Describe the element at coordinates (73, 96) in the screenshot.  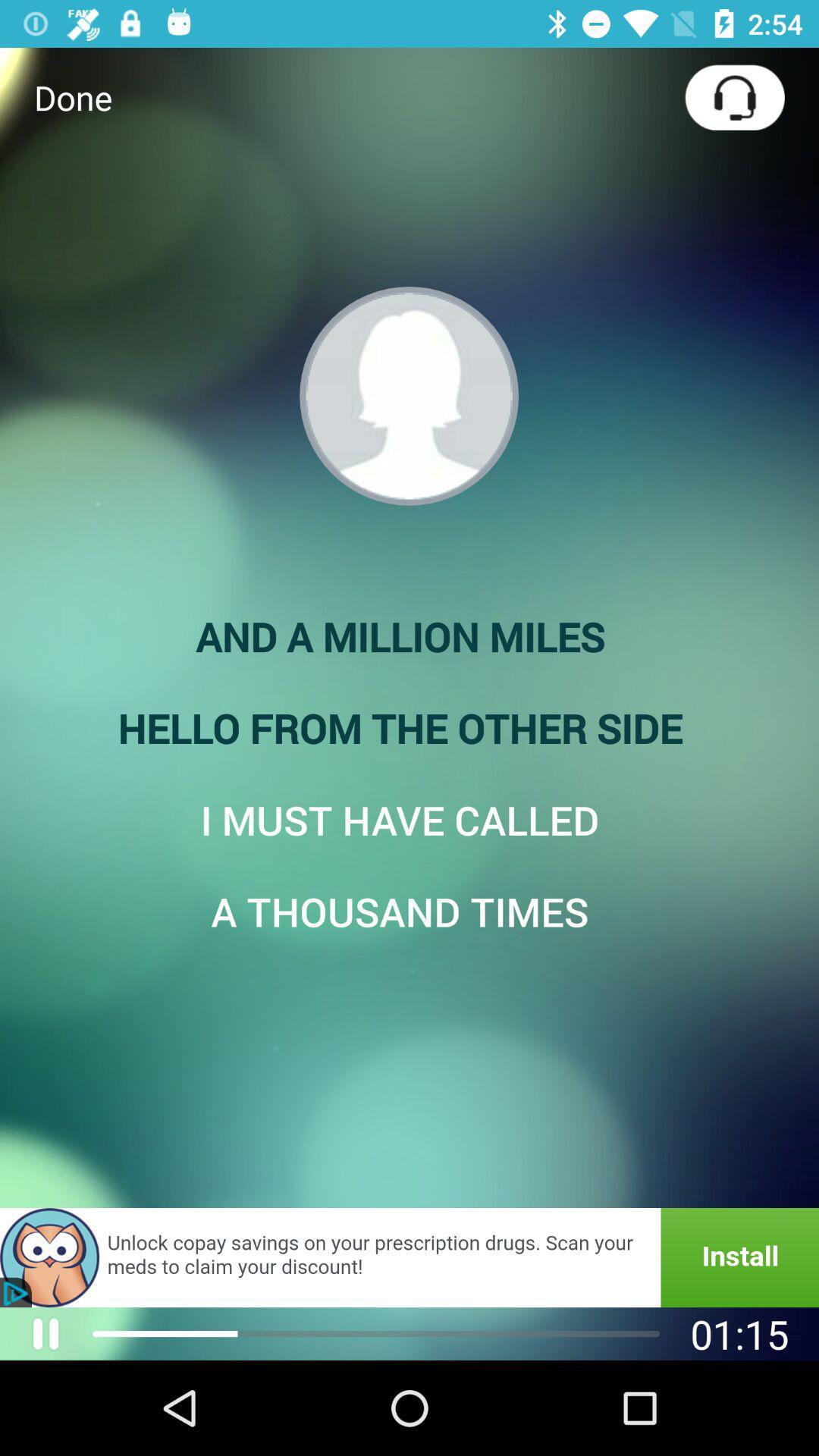
I see `done icon` at that location.